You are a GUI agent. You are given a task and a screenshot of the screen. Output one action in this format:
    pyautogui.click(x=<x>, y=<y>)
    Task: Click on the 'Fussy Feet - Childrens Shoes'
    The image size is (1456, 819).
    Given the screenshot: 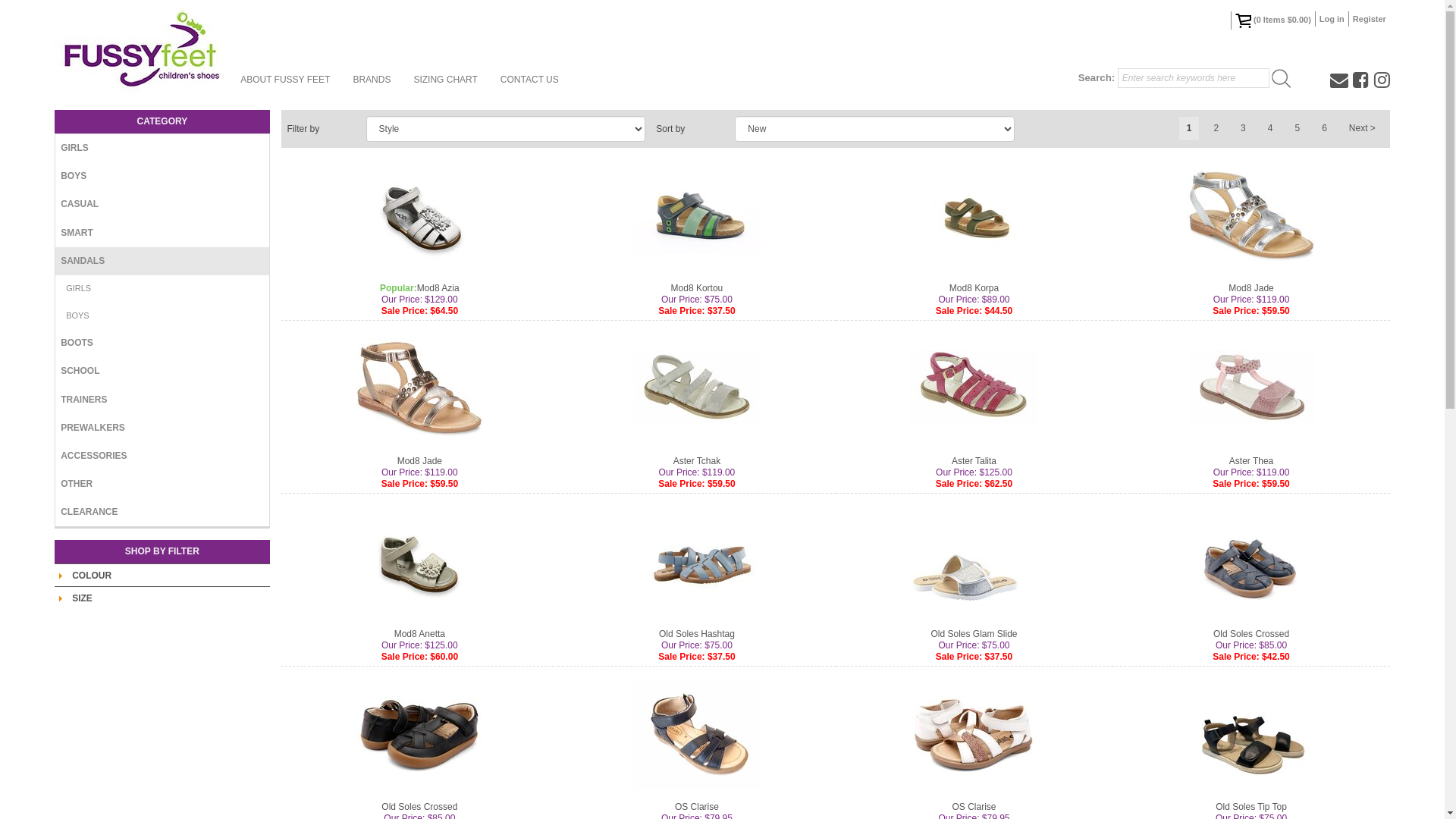 What is the action you would take?
    pyautogui.click(x=142, y=49)
    